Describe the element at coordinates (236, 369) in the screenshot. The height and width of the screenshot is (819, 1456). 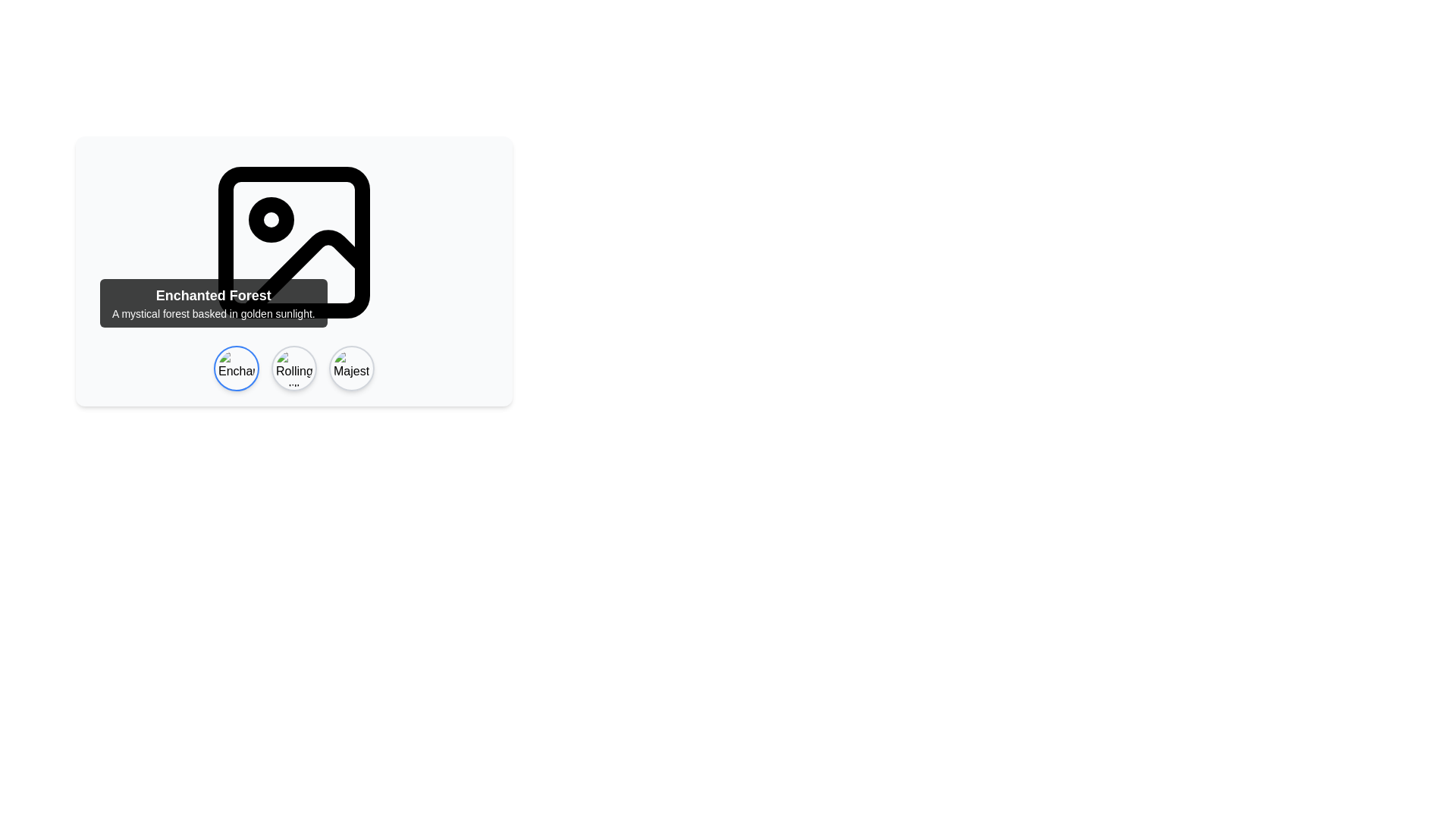
I see `the avatar image representing the first circular element below the title 'Enchanted Forest'` at that location.